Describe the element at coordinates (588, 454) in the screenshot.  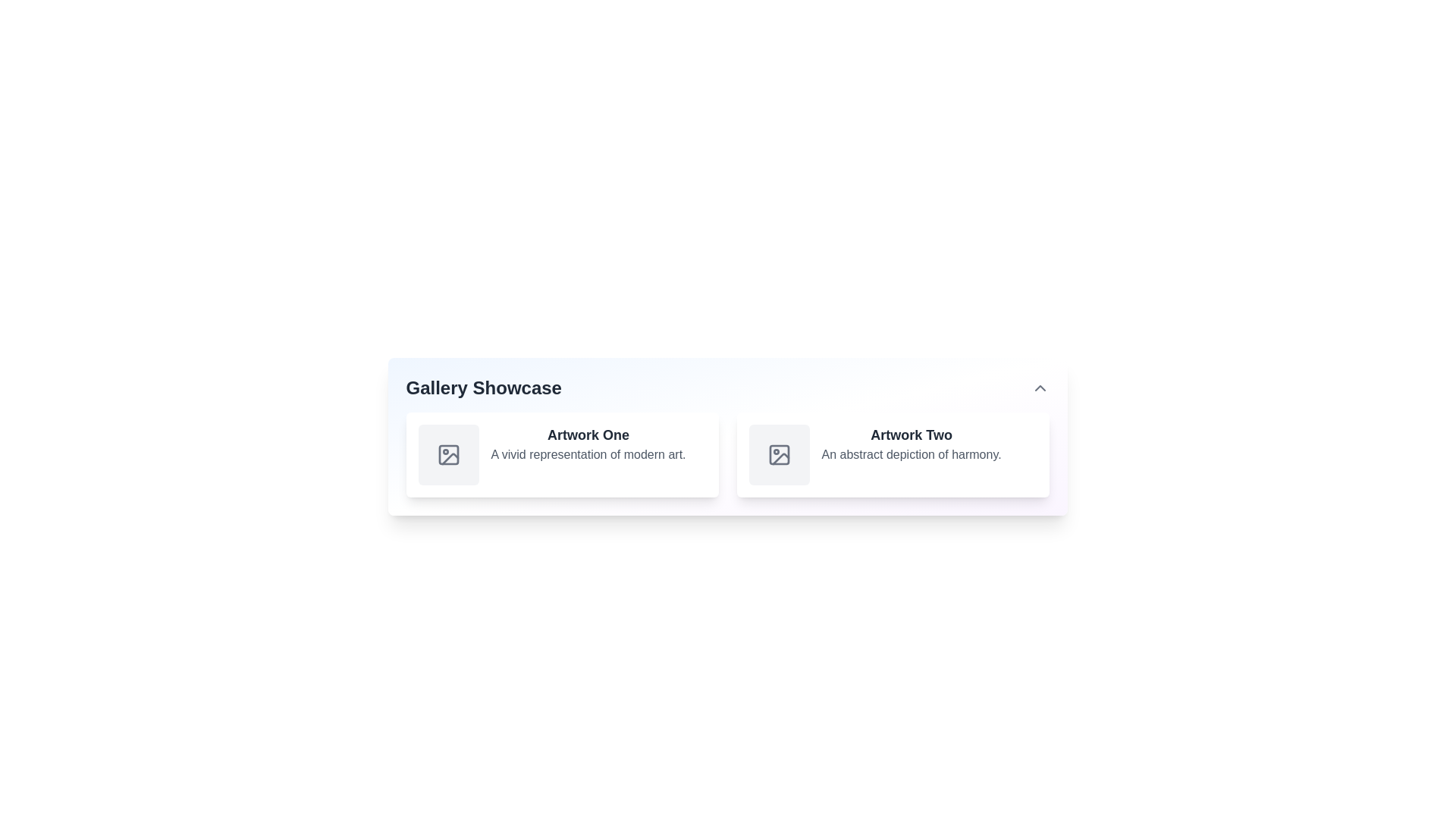
I see `text in the Text Block located directly below the title 'Artwork One' in the card` at that location.